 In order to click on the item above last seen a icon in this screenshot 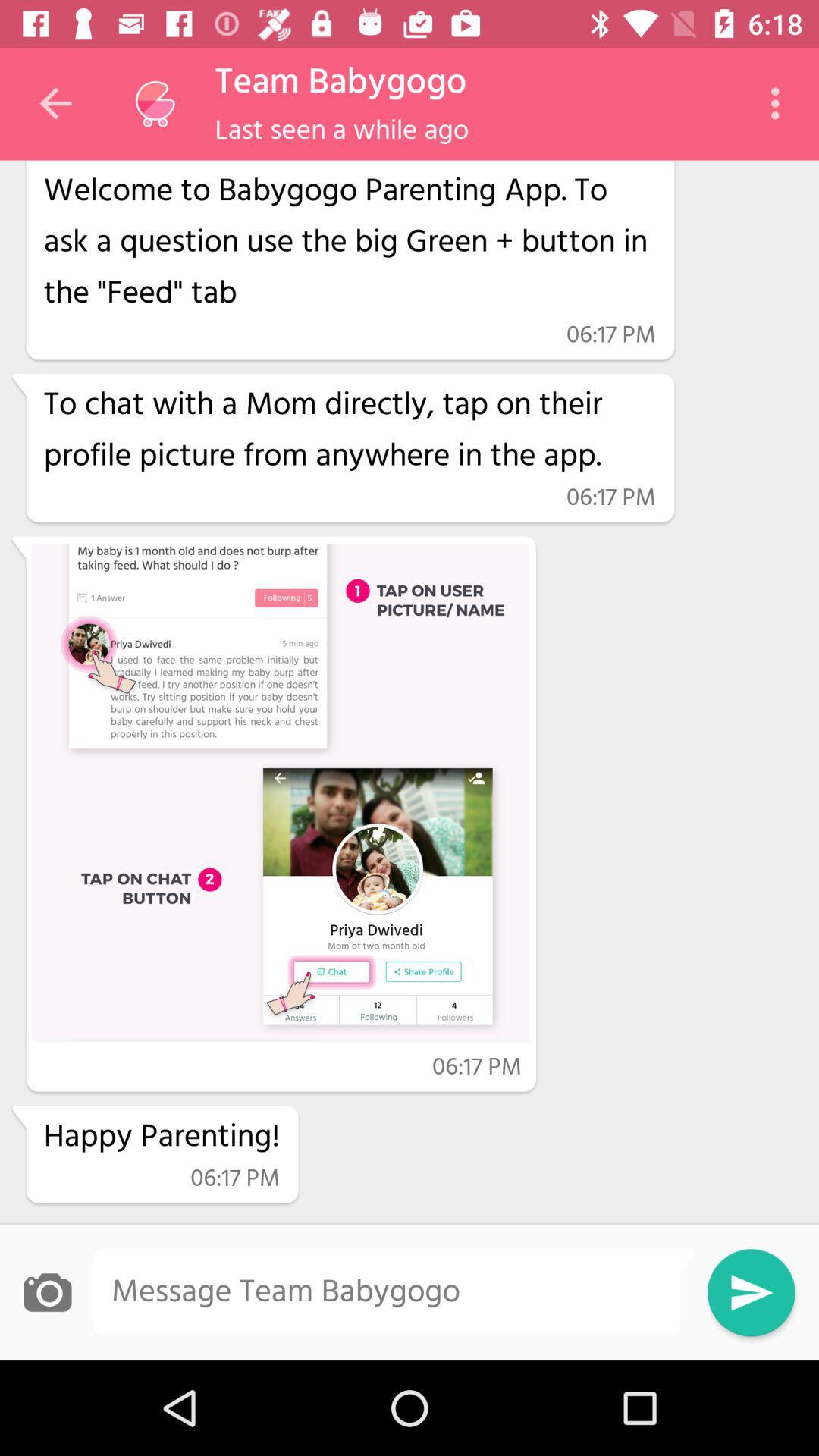, I will do `click(340, 82)`.